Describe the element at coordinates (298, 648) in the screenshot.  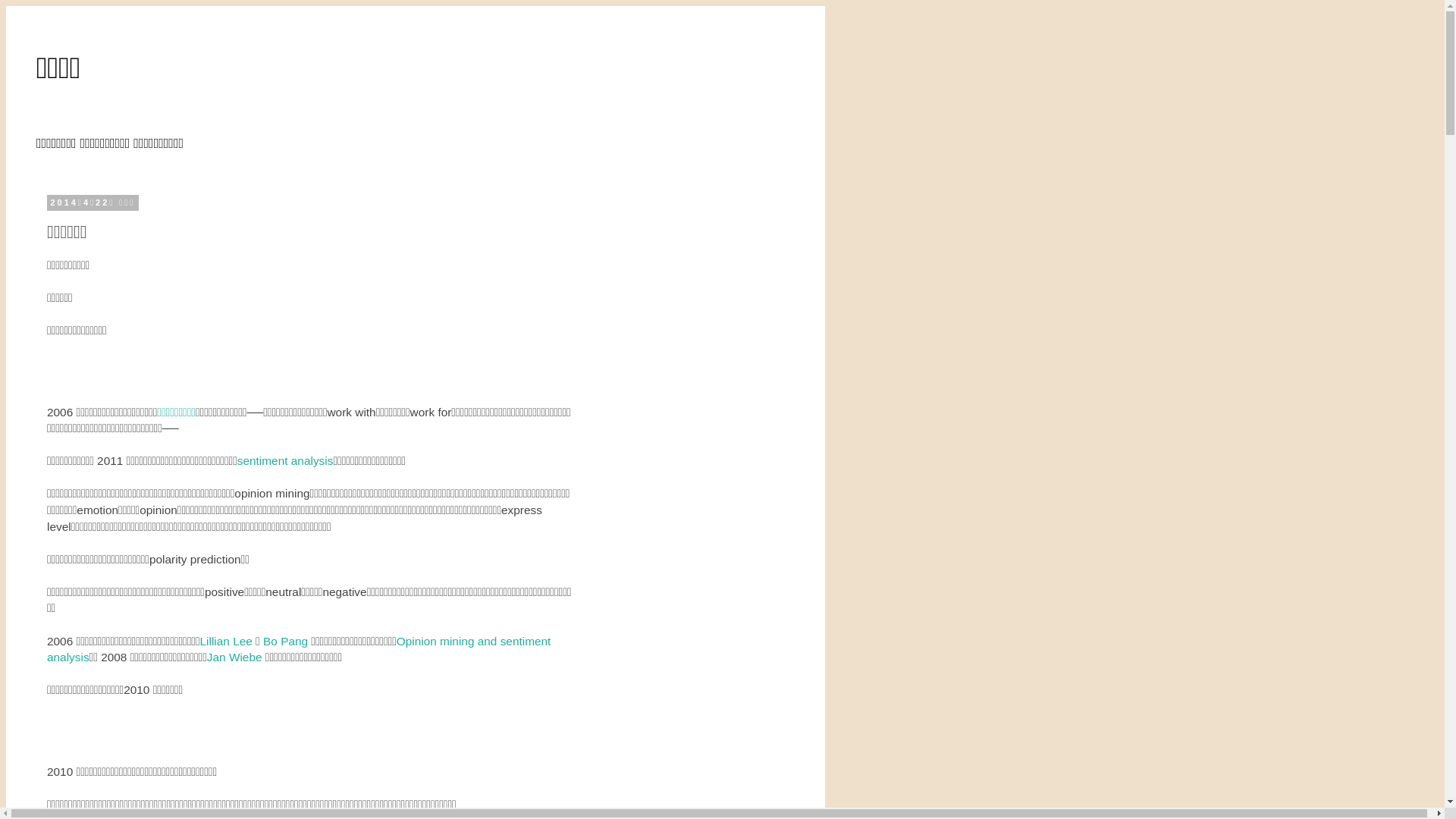
I see `'Opinion mining and sentiment analysis'` at that location.